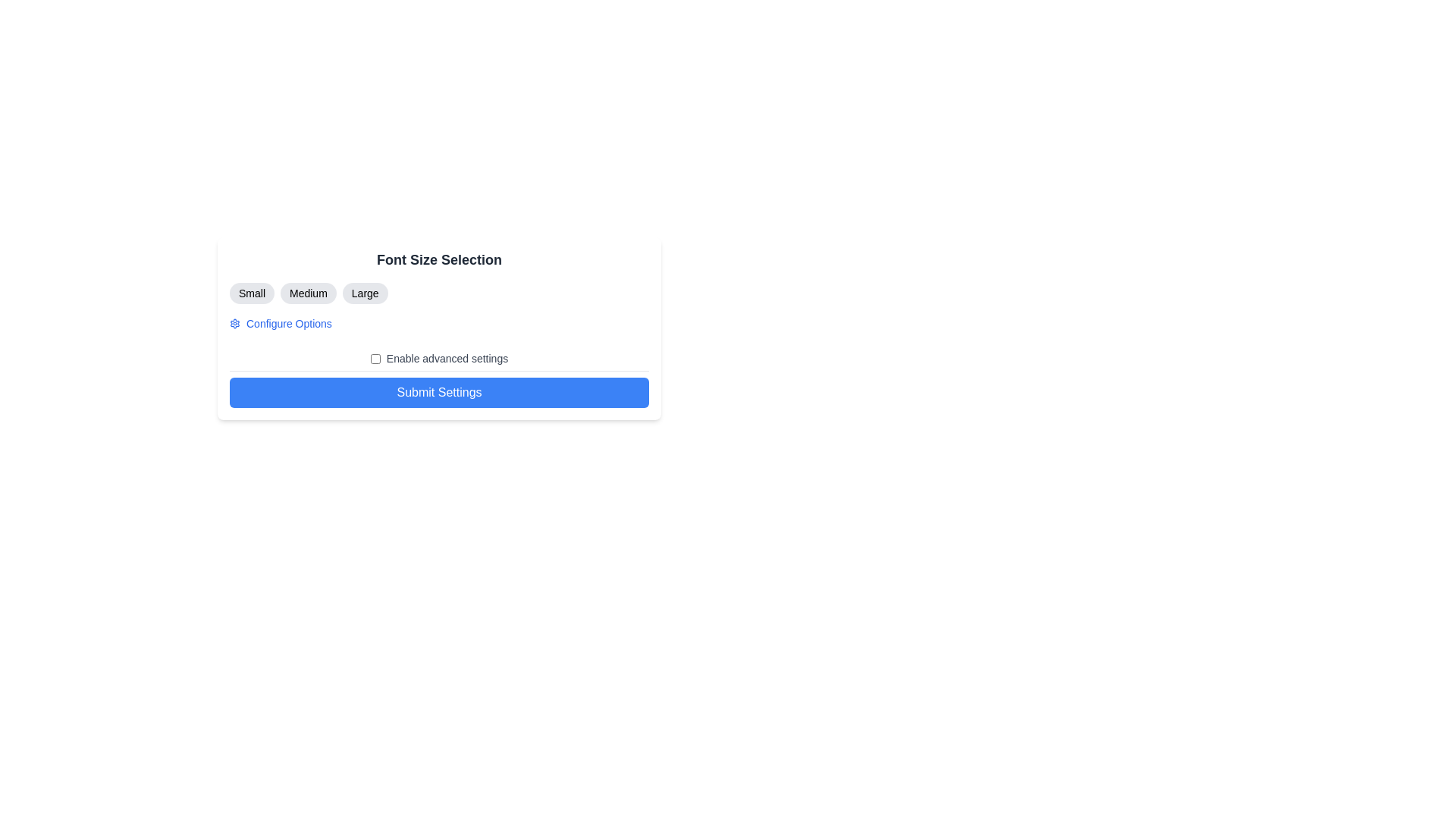  I want to click on the 'Medium' button, which is the second button in the 'Font Size Selection' section, so click(307, 293).